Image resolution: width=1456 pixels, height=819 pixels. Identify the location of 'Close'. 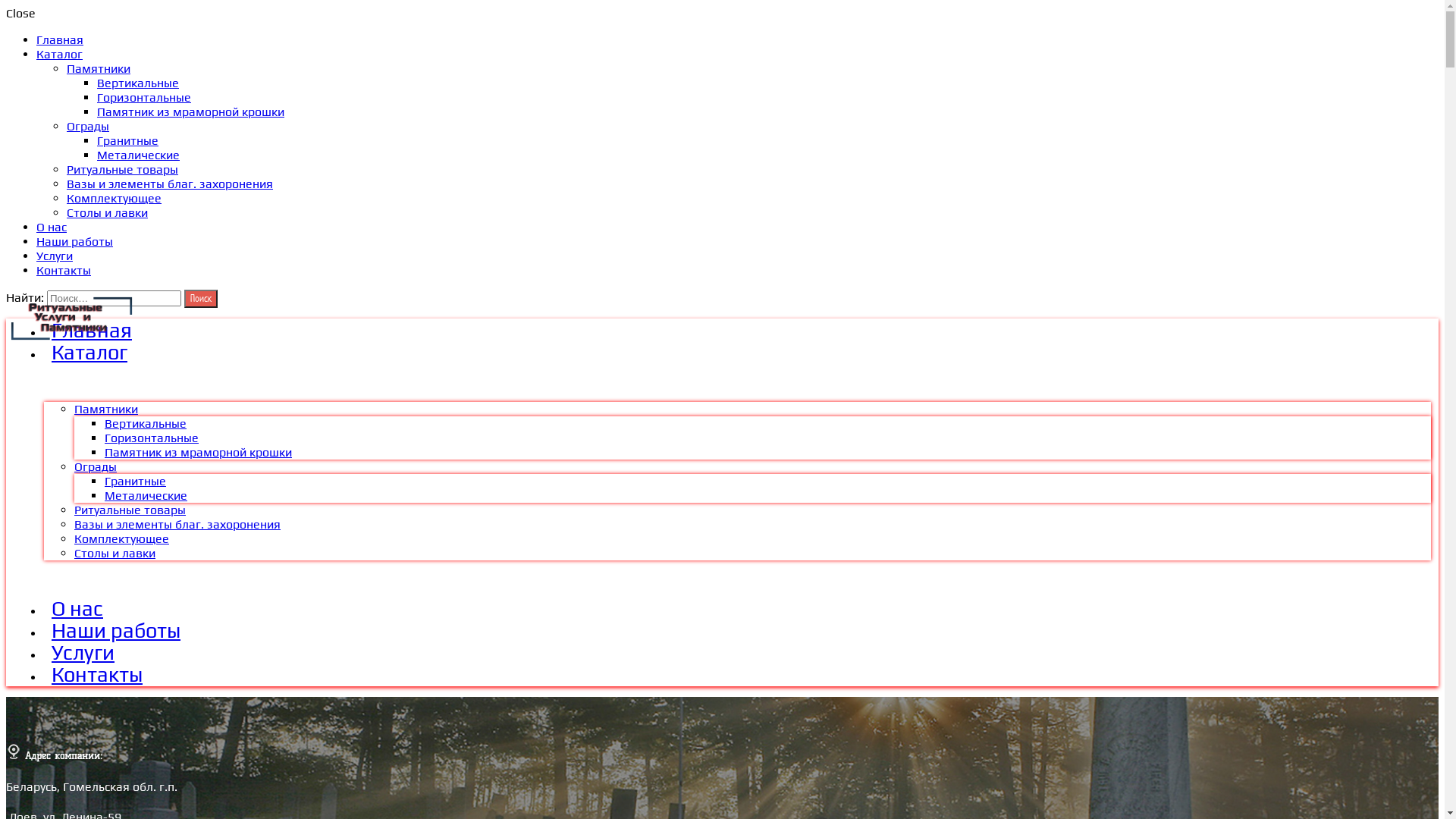
(6, 13).